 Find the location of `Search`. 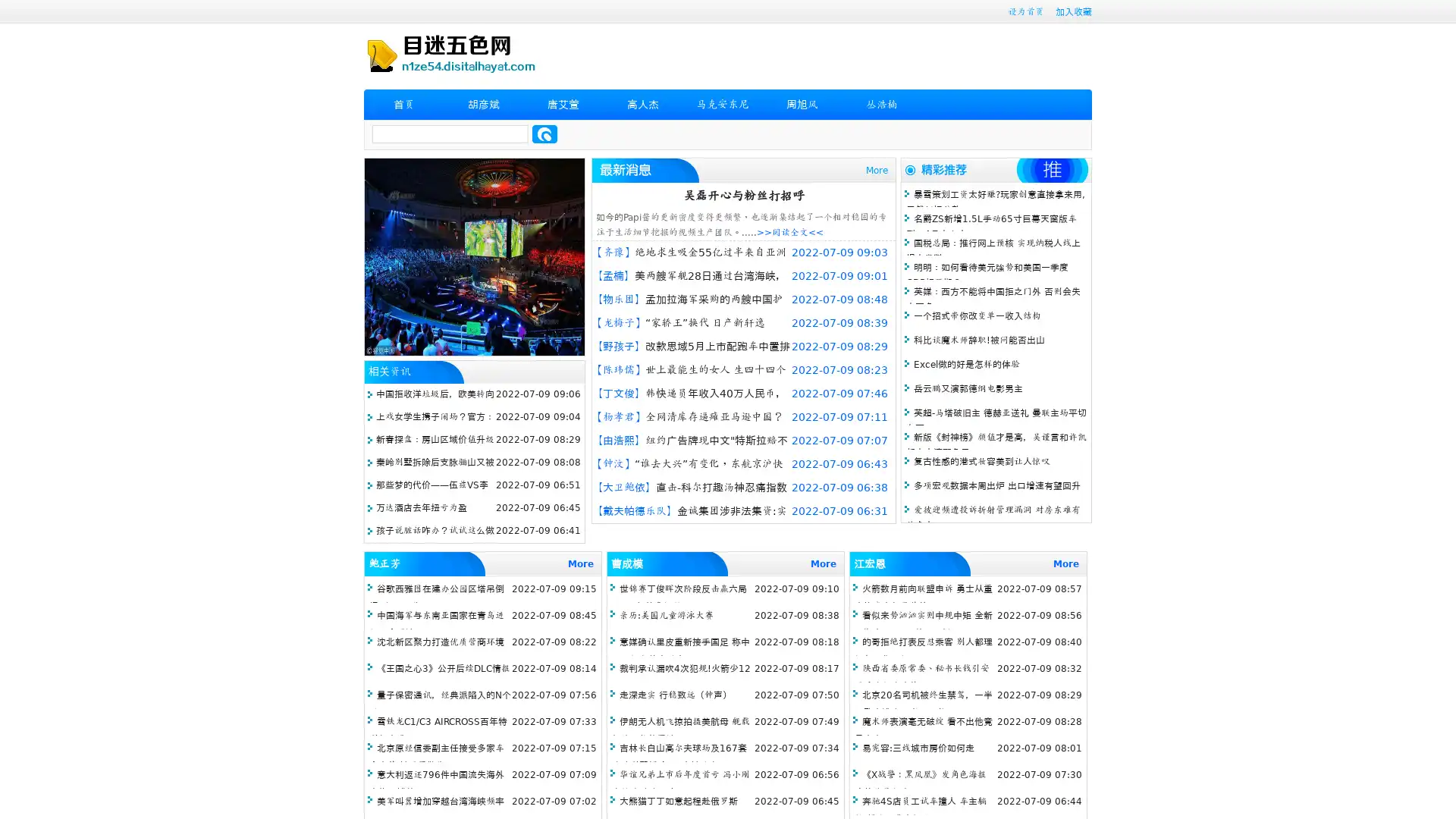

Search is located at coordinates (544, 133).